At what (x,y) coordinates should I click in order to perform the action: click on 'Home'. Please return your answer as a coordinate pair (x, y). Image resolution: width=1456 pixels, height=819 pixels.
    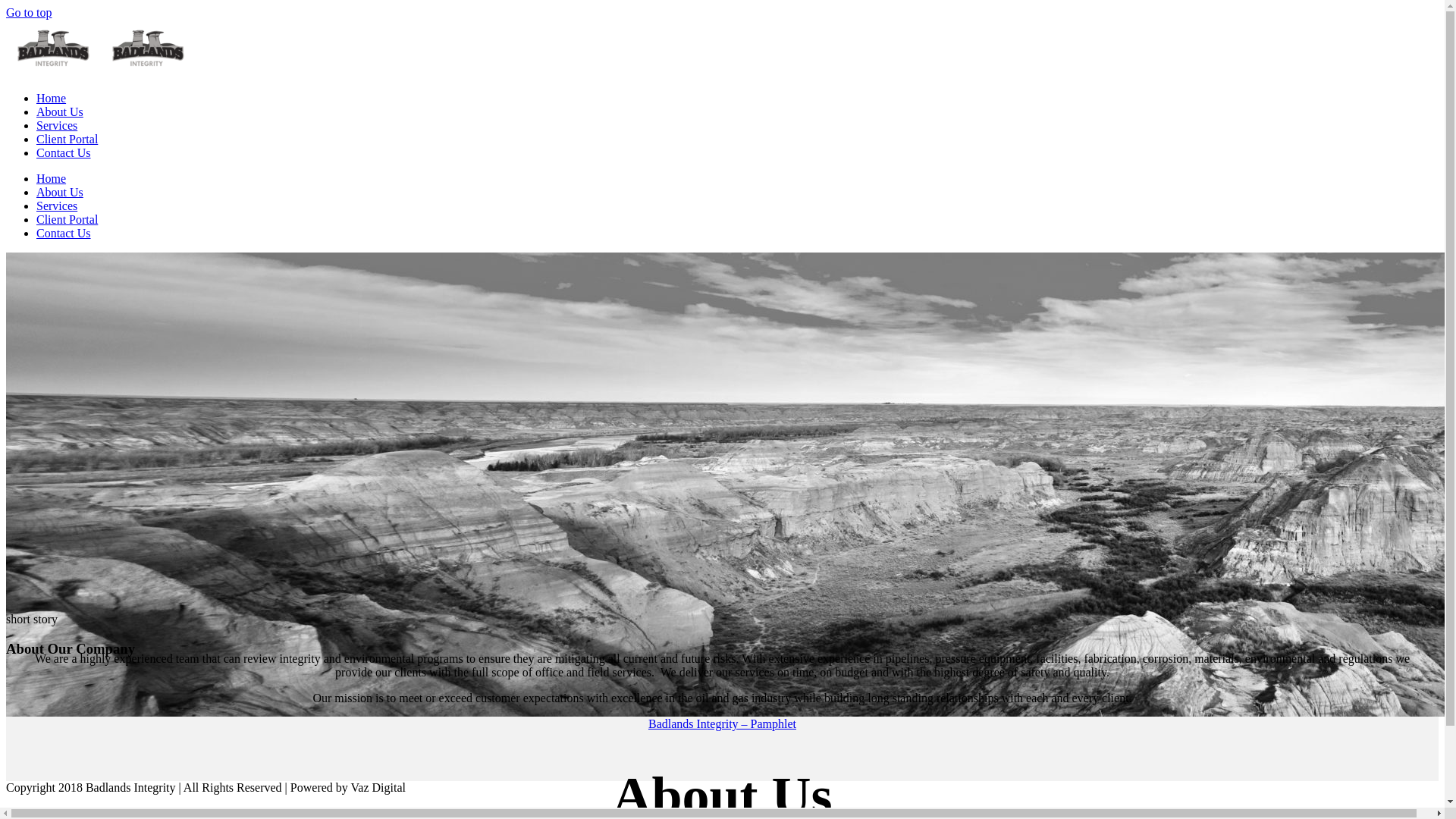
    Looking at the image, I should click on (51, 177).